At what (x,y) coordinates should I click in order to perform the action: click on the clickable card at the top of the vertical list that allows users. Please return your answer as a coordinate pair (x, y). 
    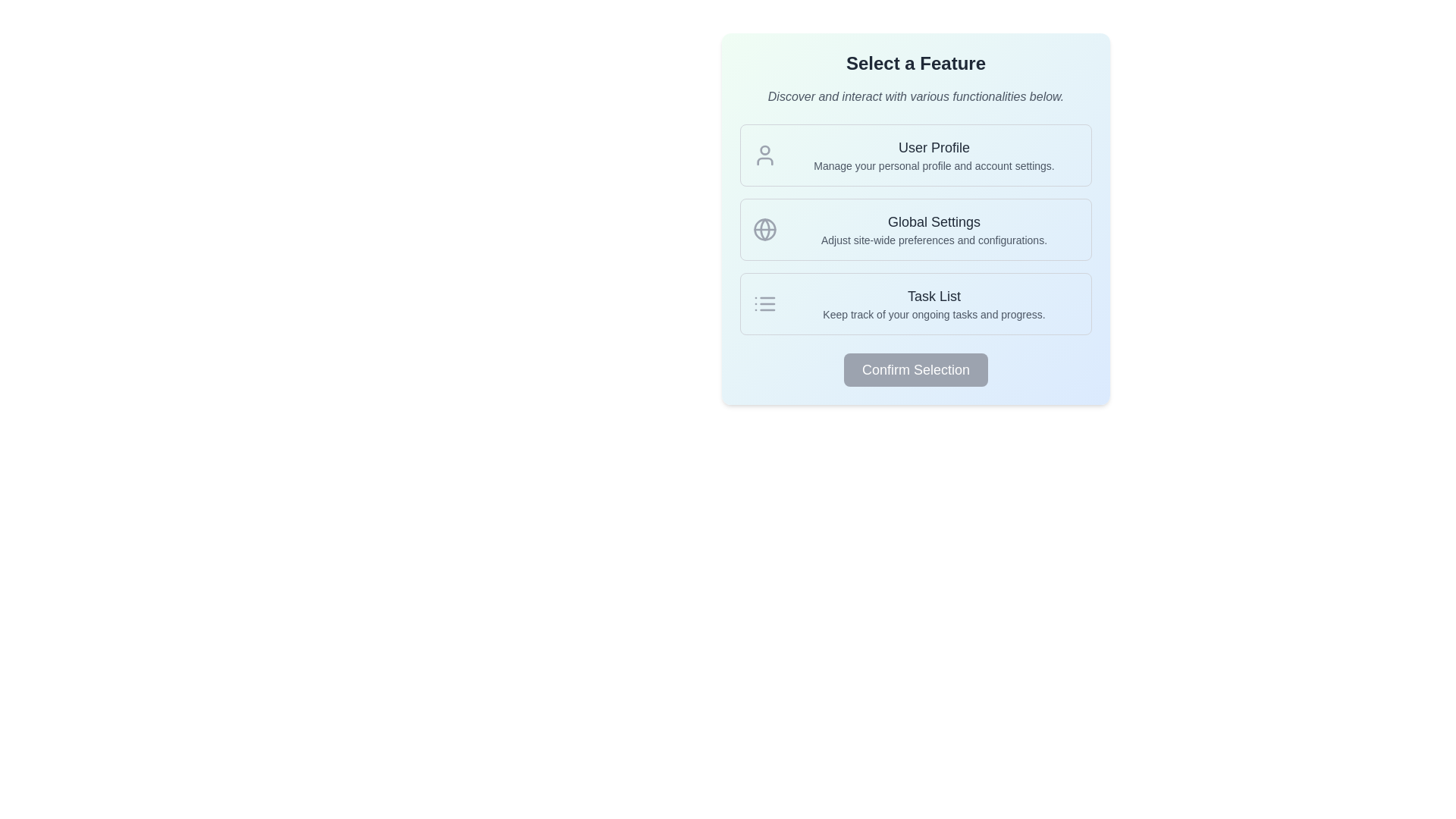
    Looking at the image, I should click on (915, 155).